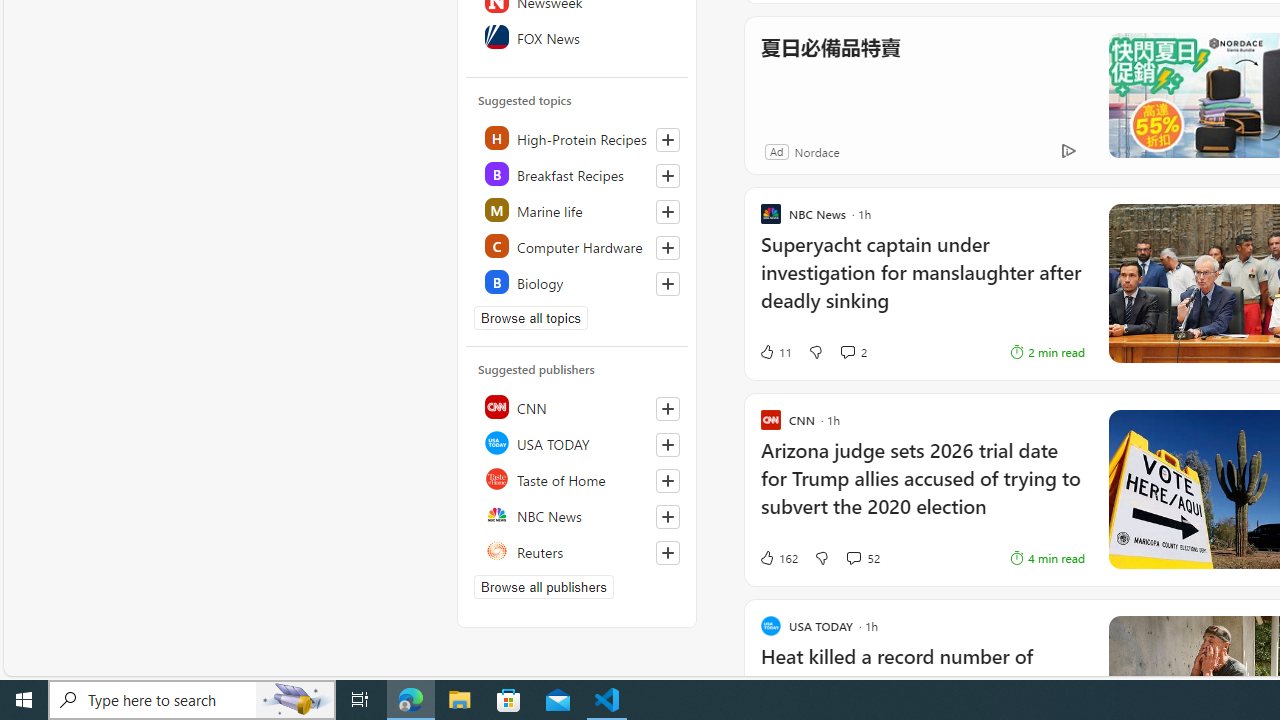 The height and width of the screenshot is (720, 1280). What do you see at coordinates (531, 316) in the screenshot?
I see `'Browse all topics'` at bounding box center [531, 316].